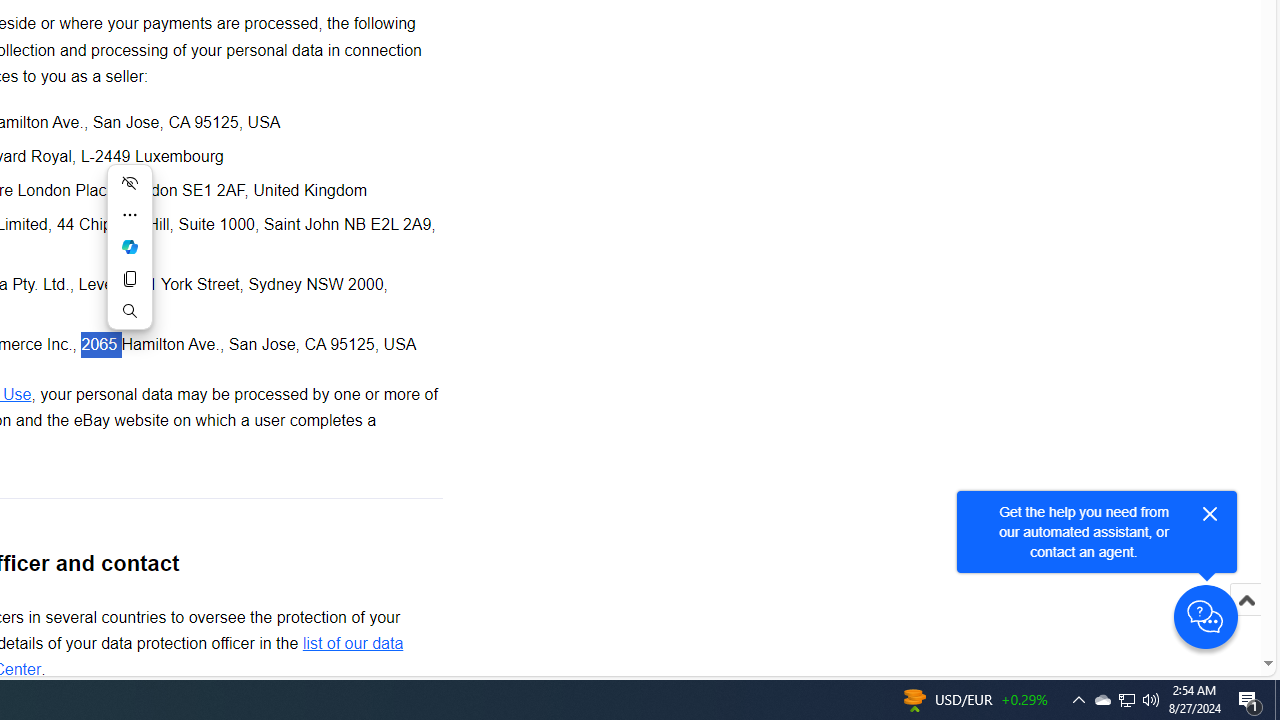 Image resolution: width=1280 pixels, height=720 pixels. I want to click on 'Scroll to top', so click(1245, 620).